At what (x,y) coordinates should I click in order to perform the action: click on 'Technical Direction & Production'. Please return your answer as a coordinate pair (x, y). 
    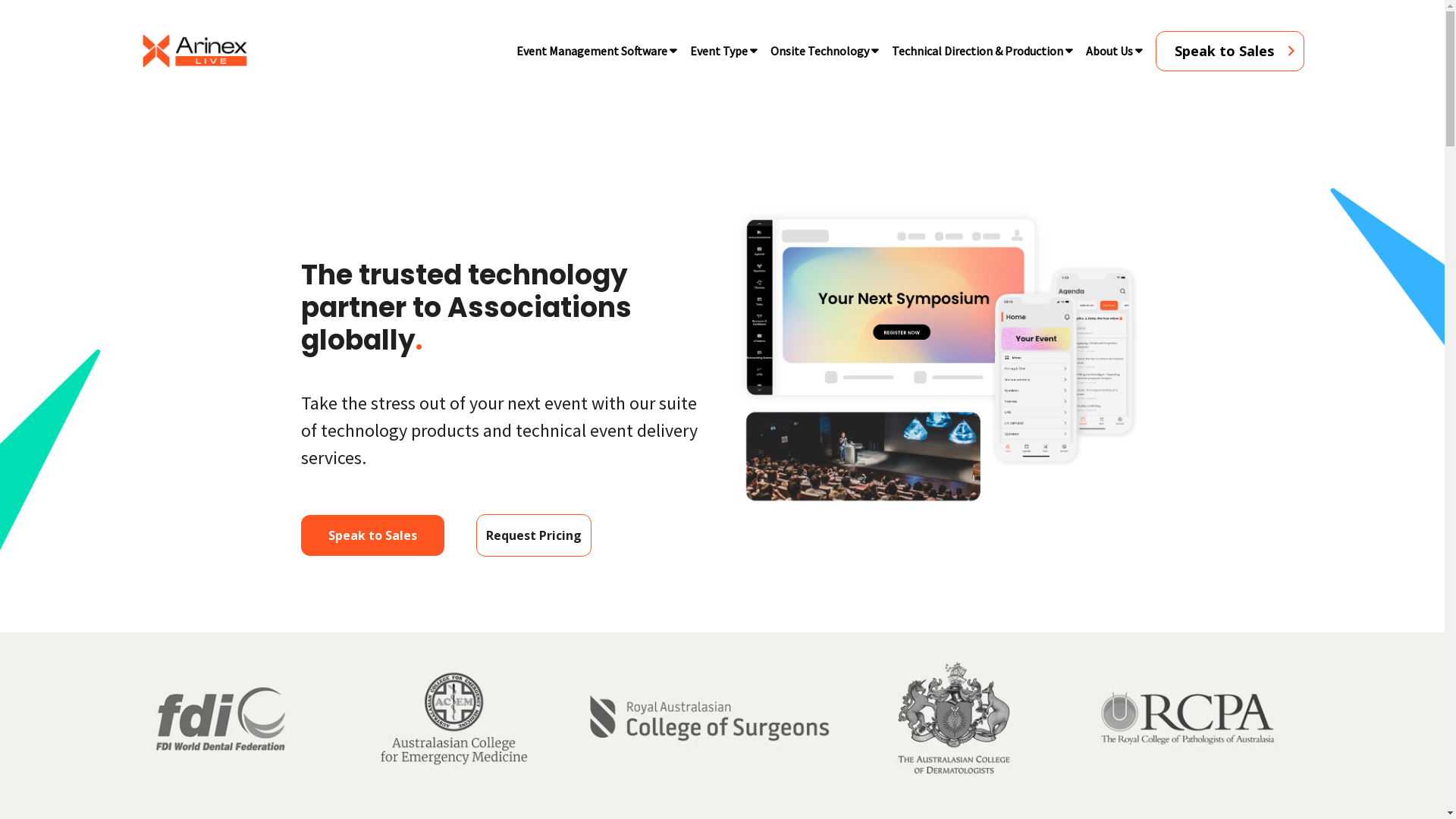
    Looking at the image, I should click on (976, 49).